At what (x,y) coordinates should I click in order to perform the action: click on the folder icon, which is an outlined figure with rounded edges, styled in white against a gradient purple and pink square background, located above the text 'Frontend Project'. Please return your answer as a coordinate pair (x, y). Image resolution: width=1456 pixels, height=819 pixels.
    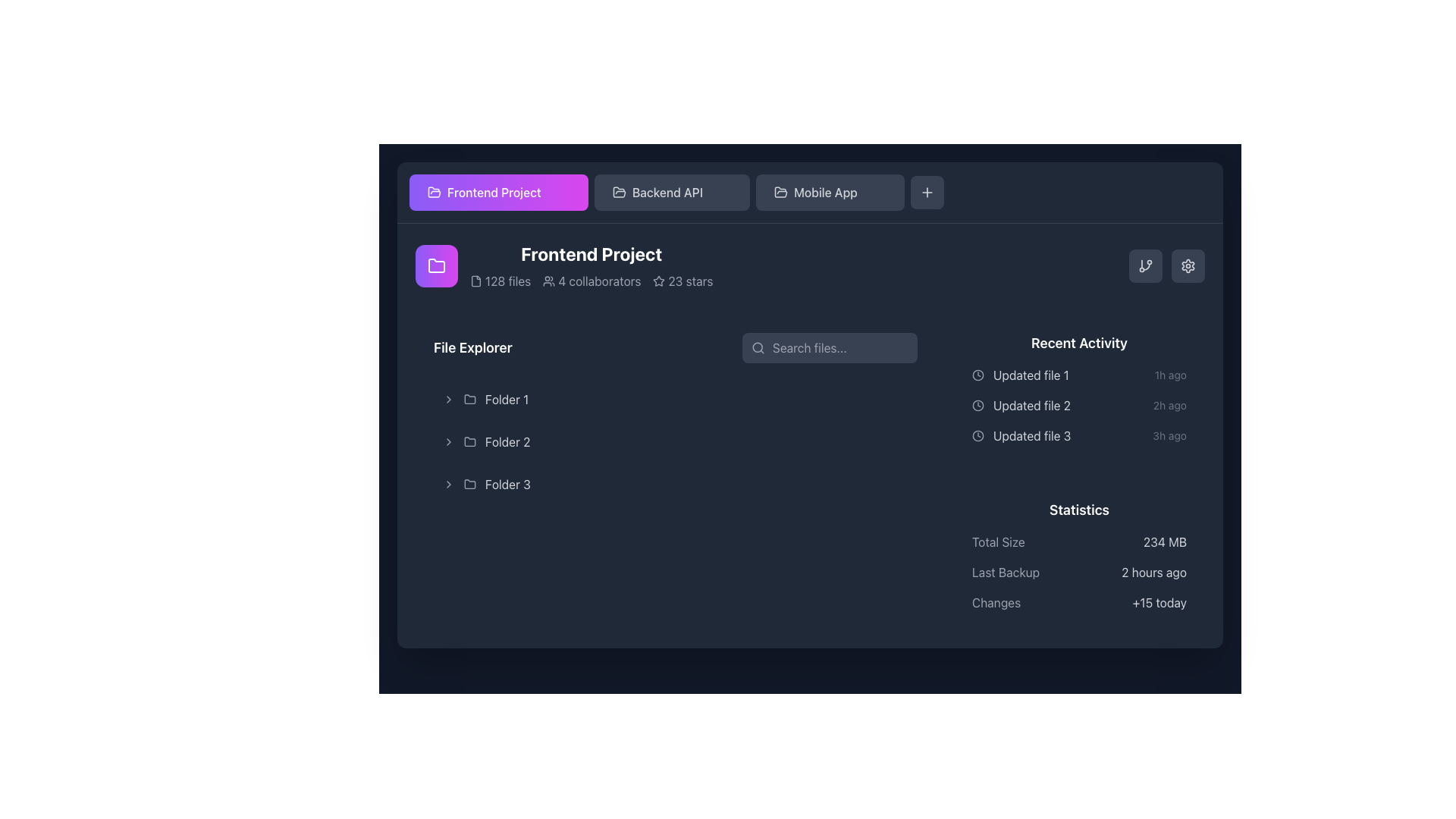
    Looking at the image, I should click on (436, 265).